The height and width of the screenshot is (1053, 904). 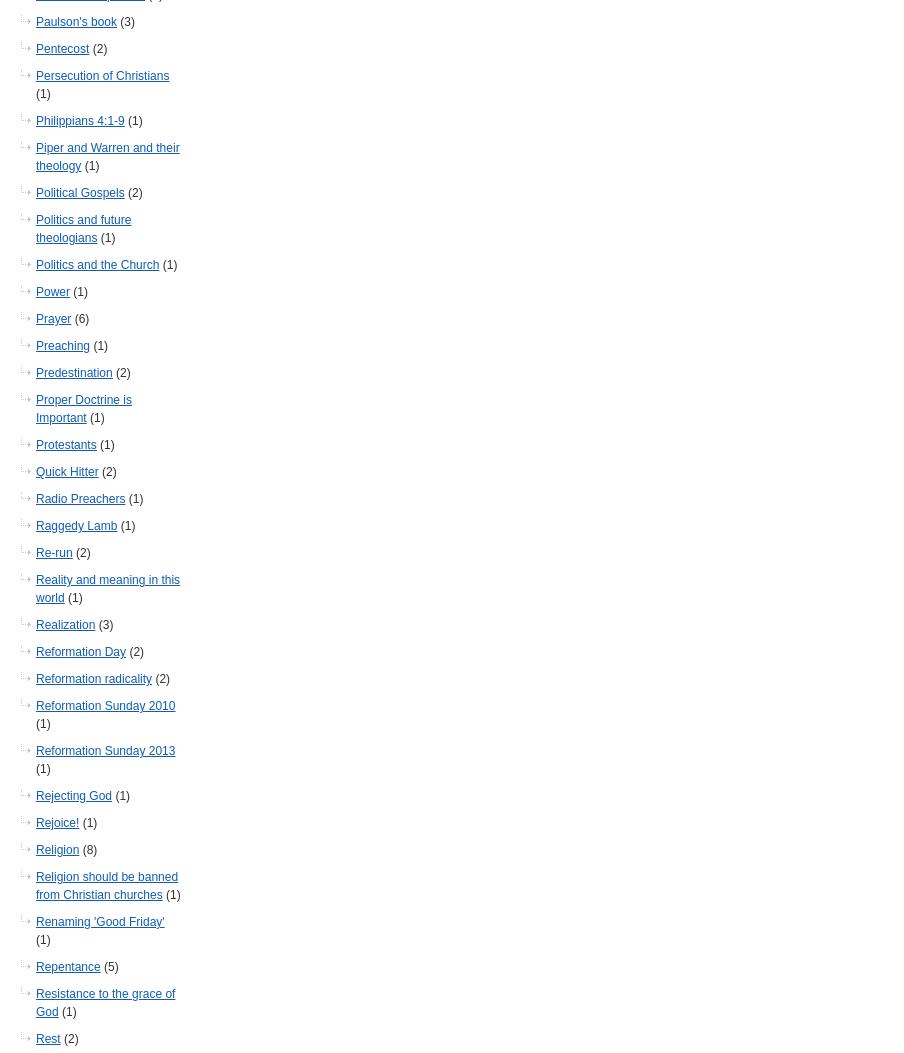 What do you see at coordinates (94, 678) in the screenshot?
I see `'Reformation radicality'` at bounding box center [94, 678].